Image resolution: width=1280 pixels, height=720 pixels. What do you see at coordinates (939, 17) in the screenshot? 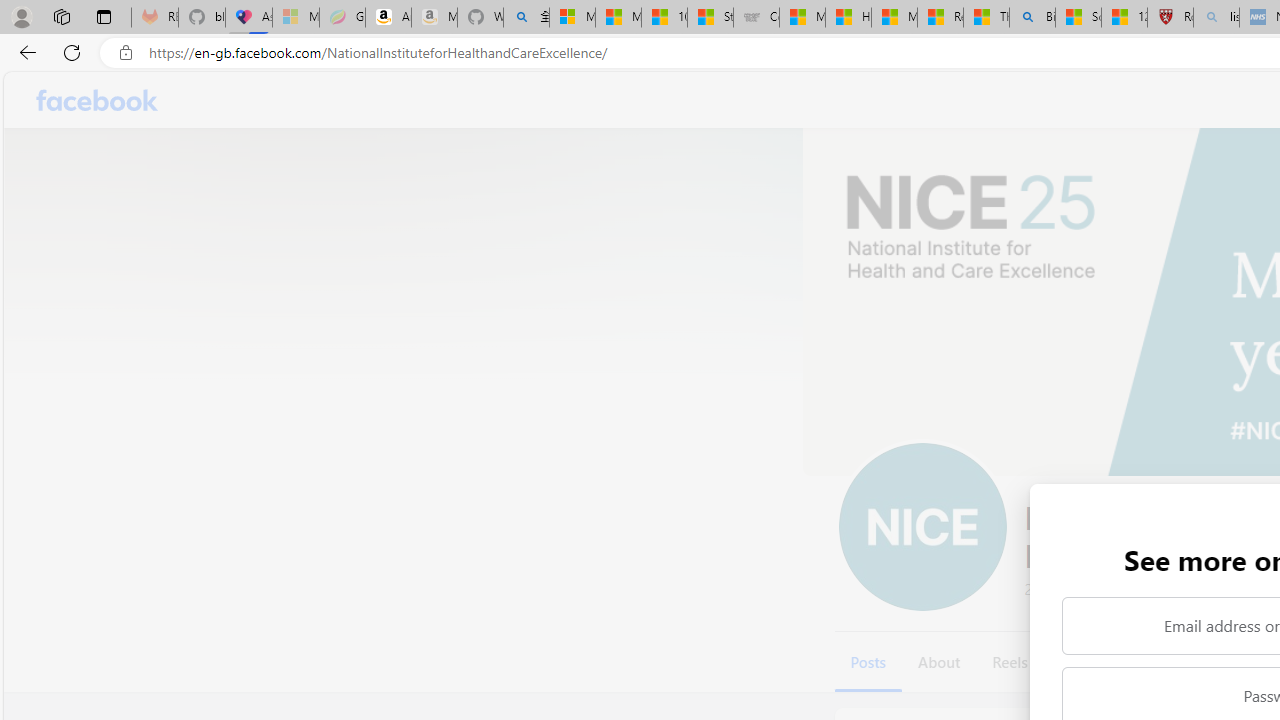
I see `'Recipes - MSN'` at bounding box center [939, 17].